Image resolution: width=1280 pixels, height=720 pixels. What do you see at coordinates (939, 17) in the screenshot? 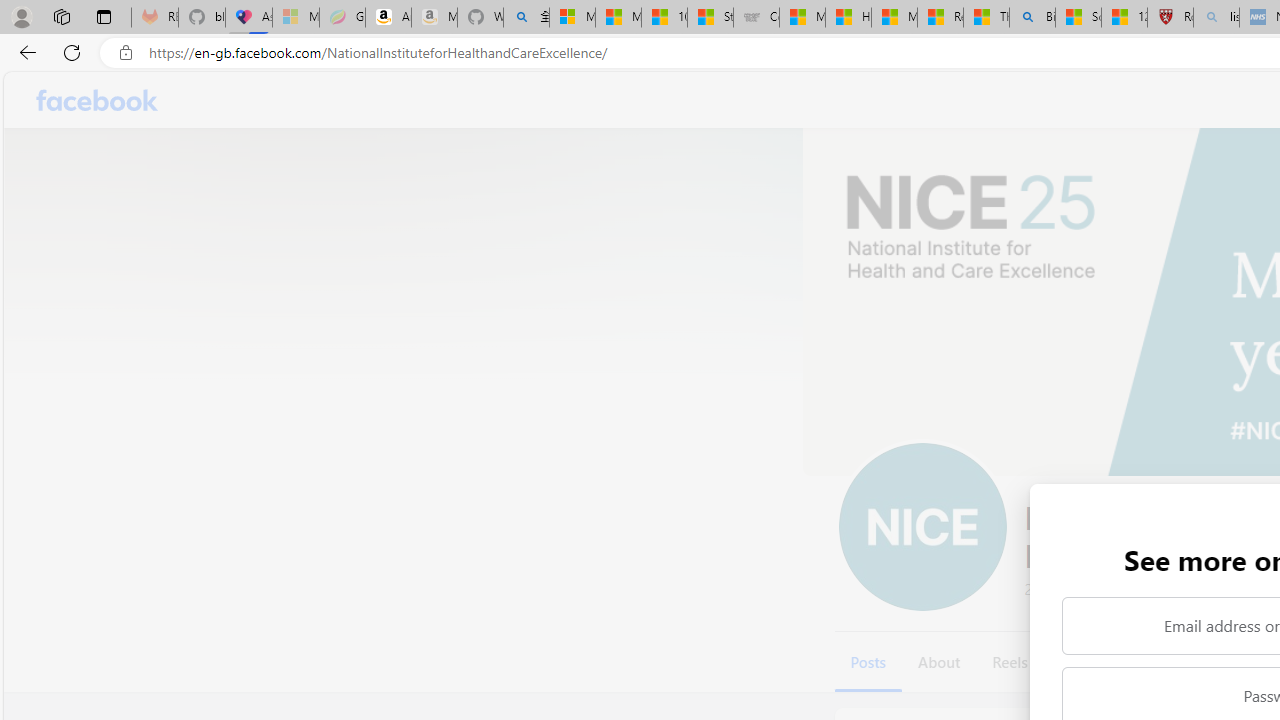
I see `'Recipes - MSN'` at bounding box center [939, 17].